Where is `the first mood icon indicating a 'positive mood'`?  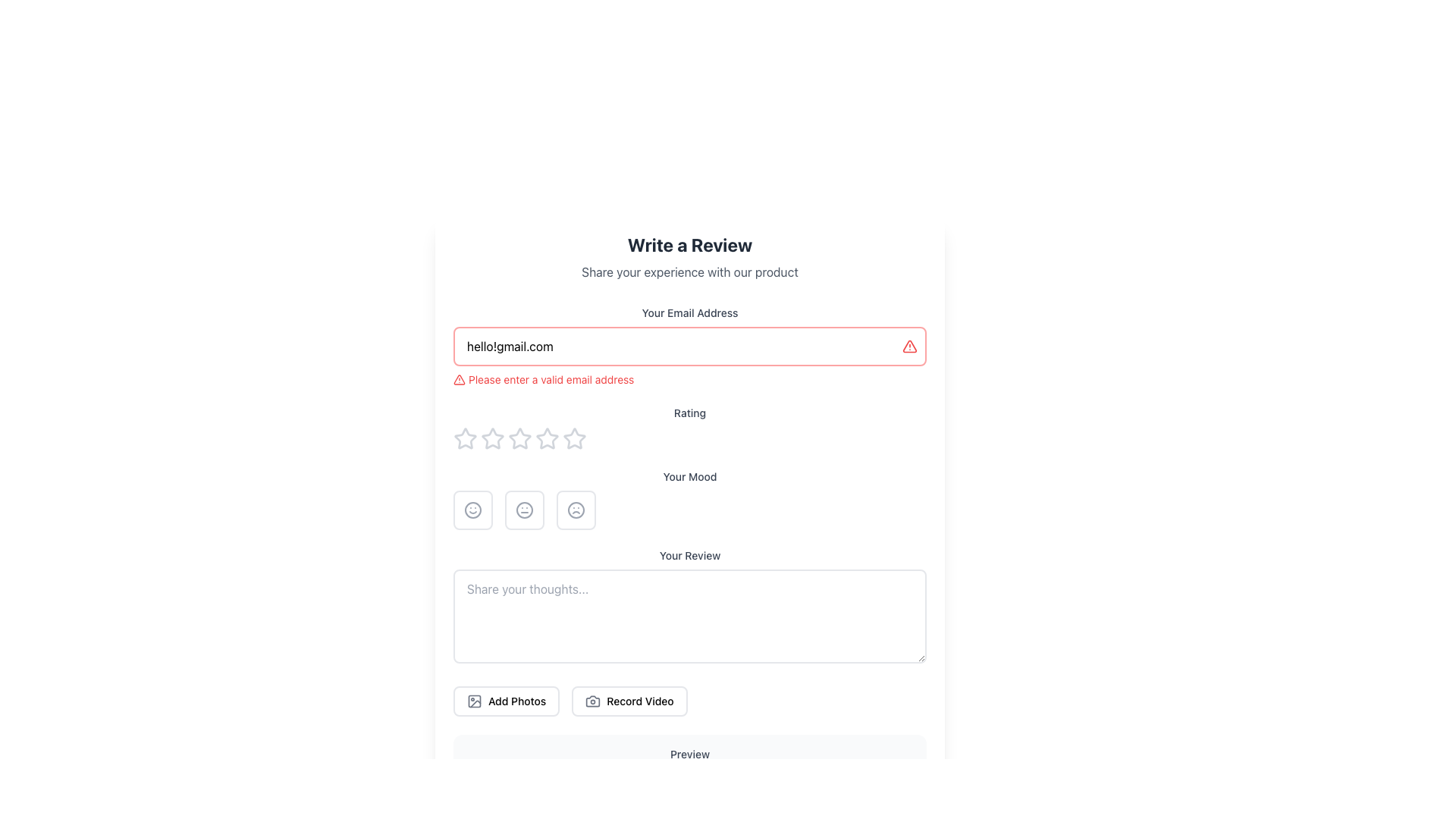
the first mood icon indicating a 'positive mood' is located at coordinates (472, 510).